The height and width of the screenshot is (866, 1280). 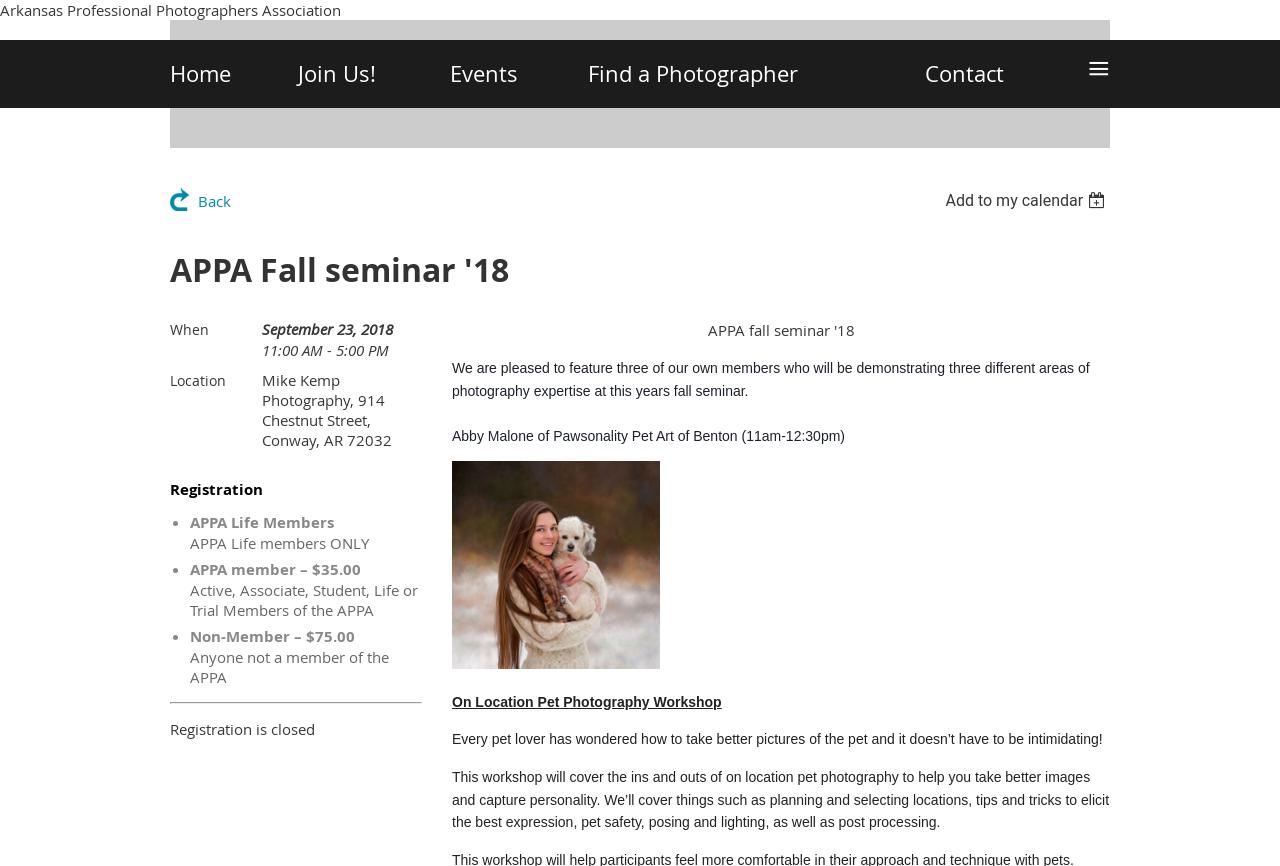 What do you see at coordinates (691, 73) in the screenshot?
I see `'Find a Photographer'` at bounding box center [691, 73].